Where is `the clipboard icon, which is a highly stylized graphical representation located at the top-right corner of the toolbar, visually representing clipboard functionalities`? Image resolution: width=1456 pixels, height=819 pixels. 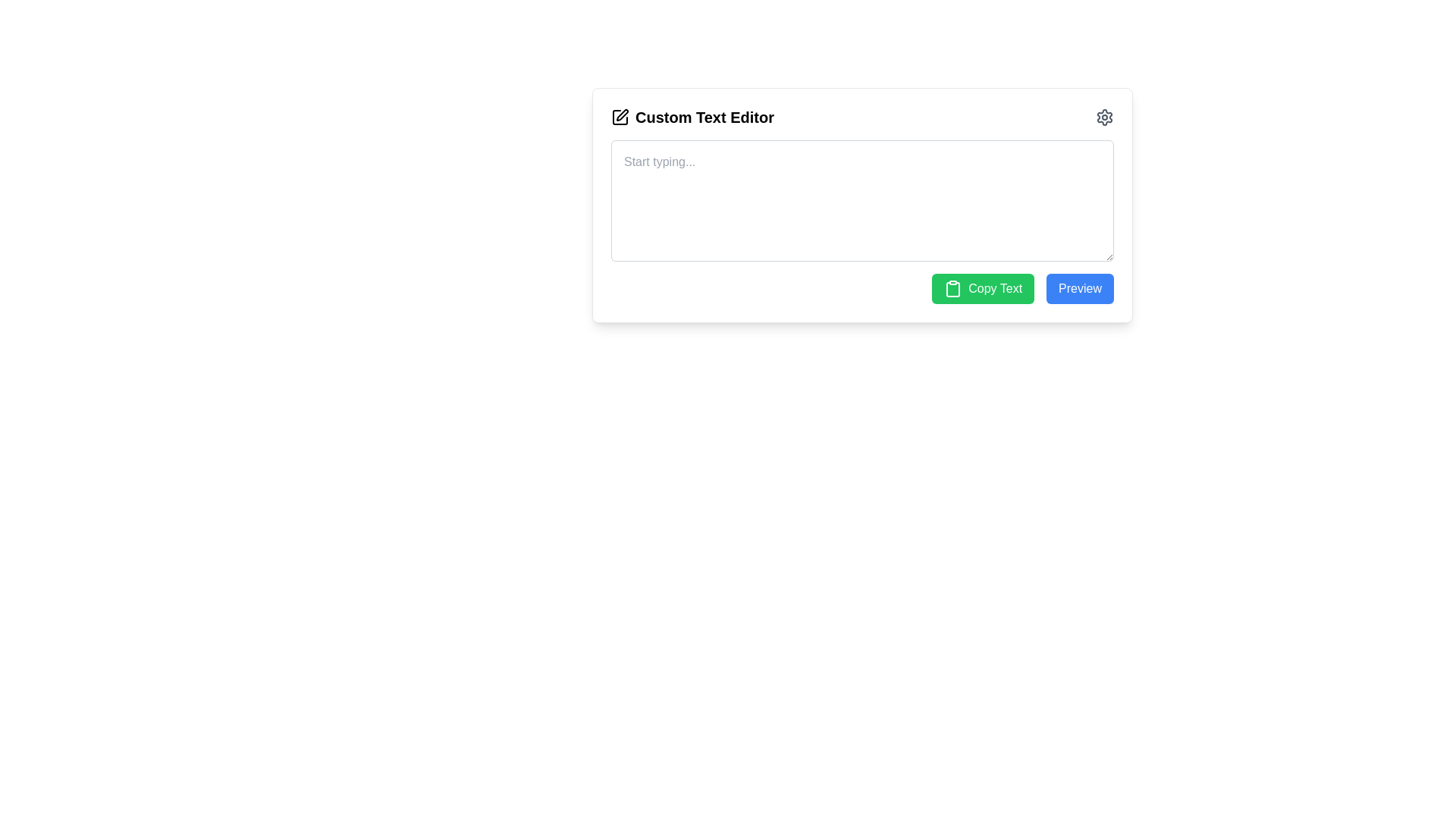 the clipboard icon, which is a highly stylized graphical representation located at the top-right corner of the toolbar, visually representing clipboard functionalities is located at coordinates (952, 289).